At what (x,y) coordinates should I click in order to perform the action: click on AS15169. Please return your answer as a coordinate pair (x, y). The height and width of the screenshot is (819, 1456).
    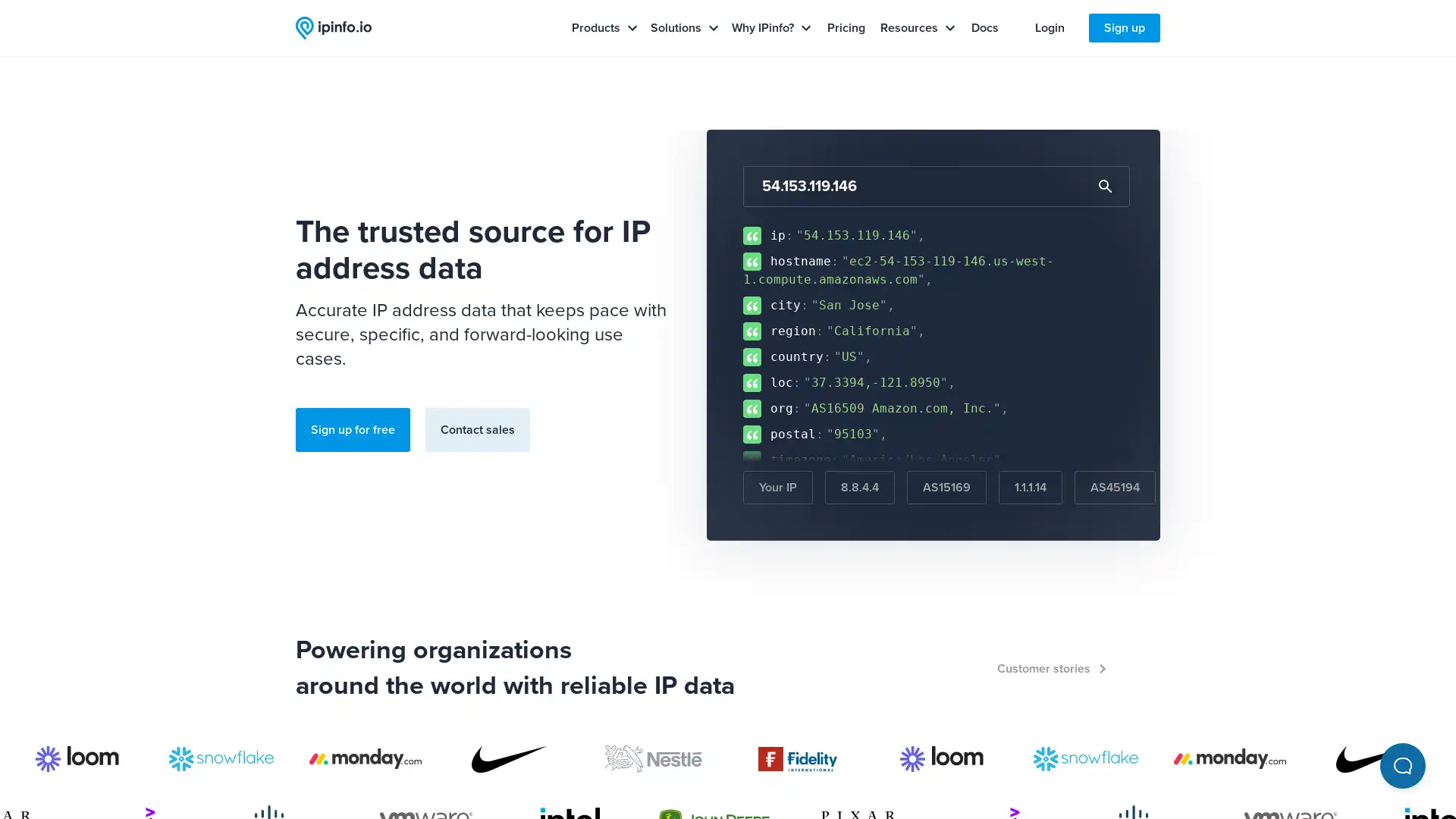
    Looking at the image, I should click on (946, 488).